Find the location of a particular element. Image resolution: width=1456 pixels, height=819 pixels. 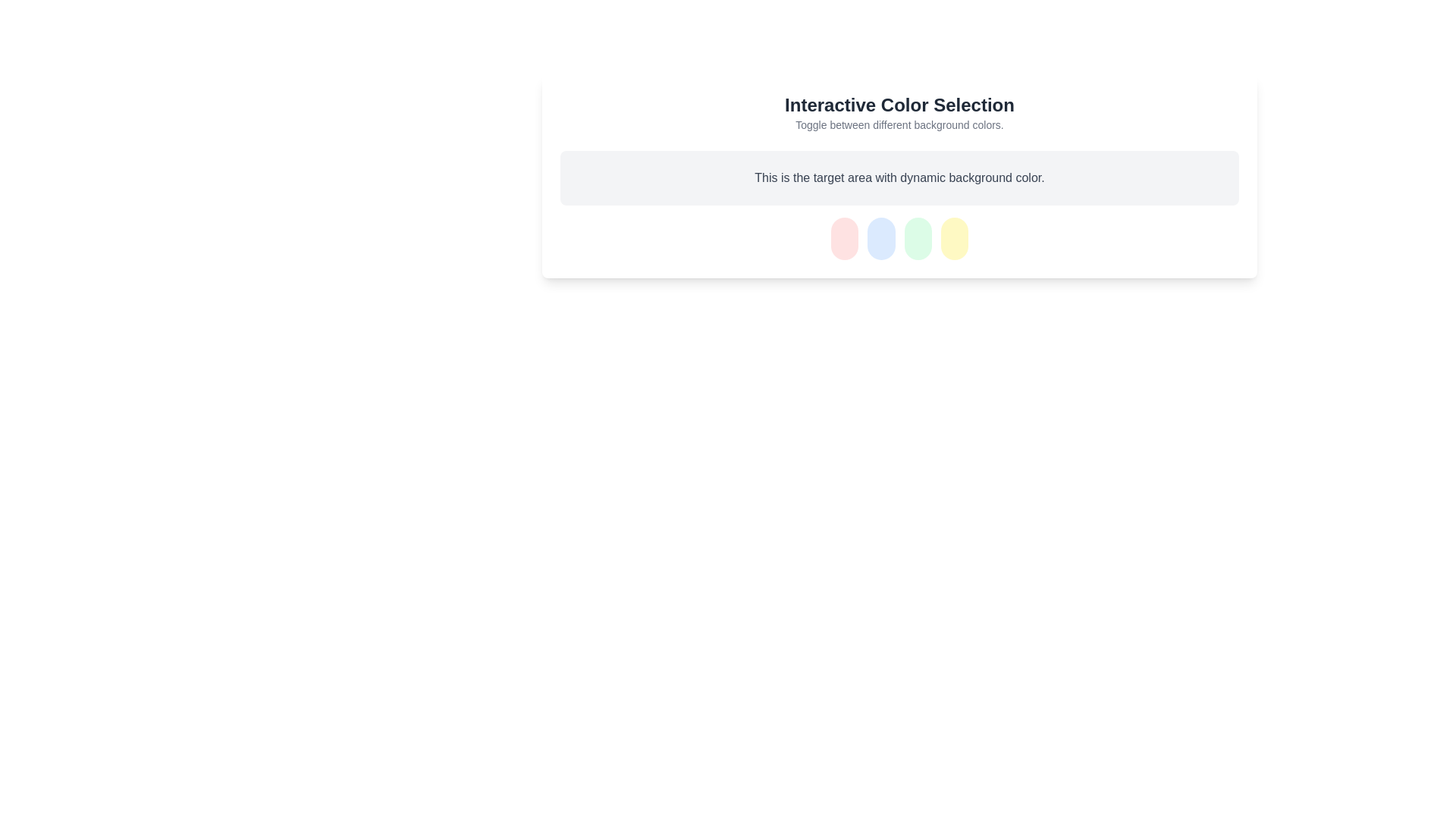

the color selector button is located at coordinates (954, 239).